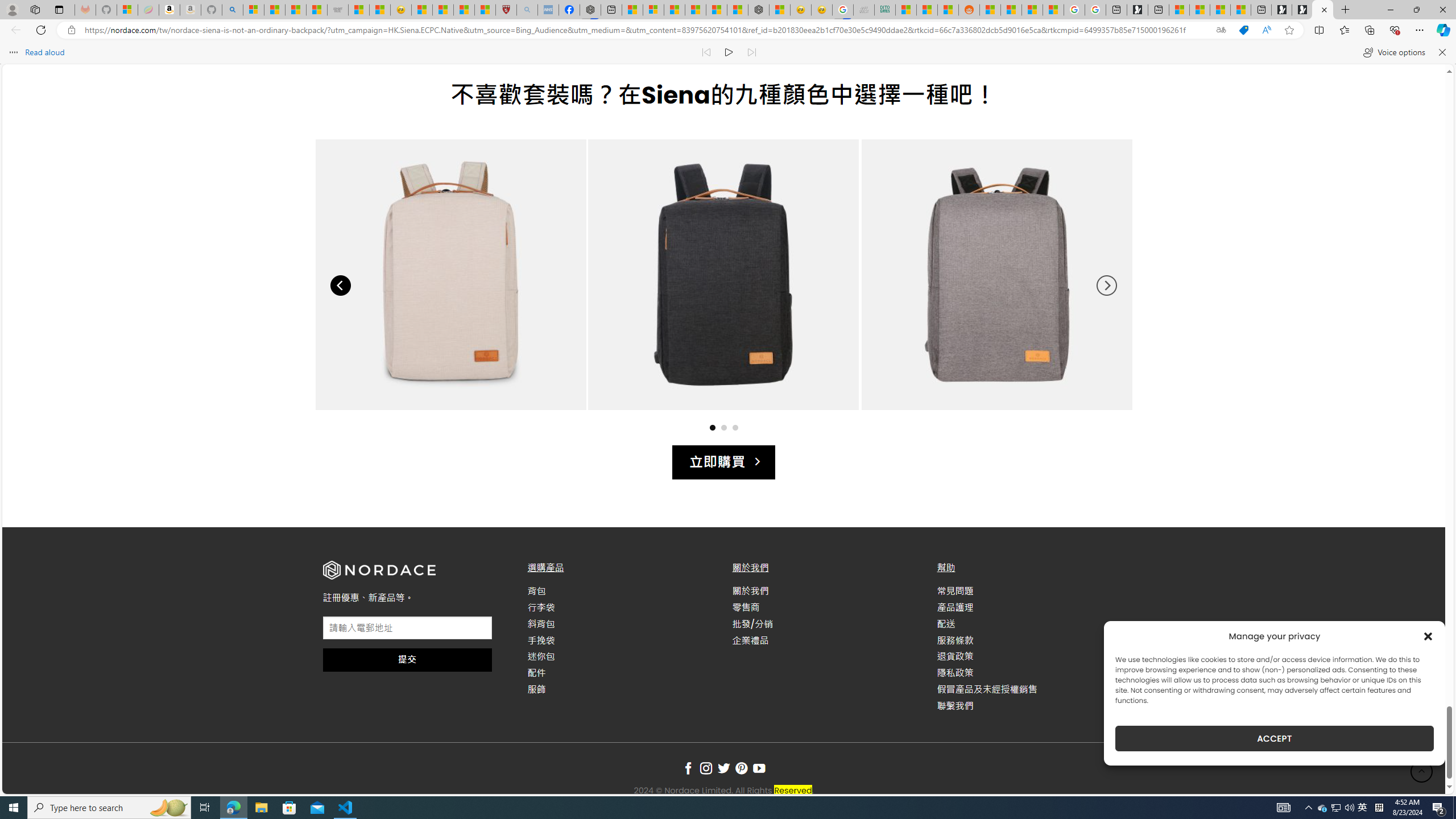 This screenshot has height=819, width=1456. Describe the element at coordinates (735, 427) in the screenshot. I see `'Page dot 3'` at that location.